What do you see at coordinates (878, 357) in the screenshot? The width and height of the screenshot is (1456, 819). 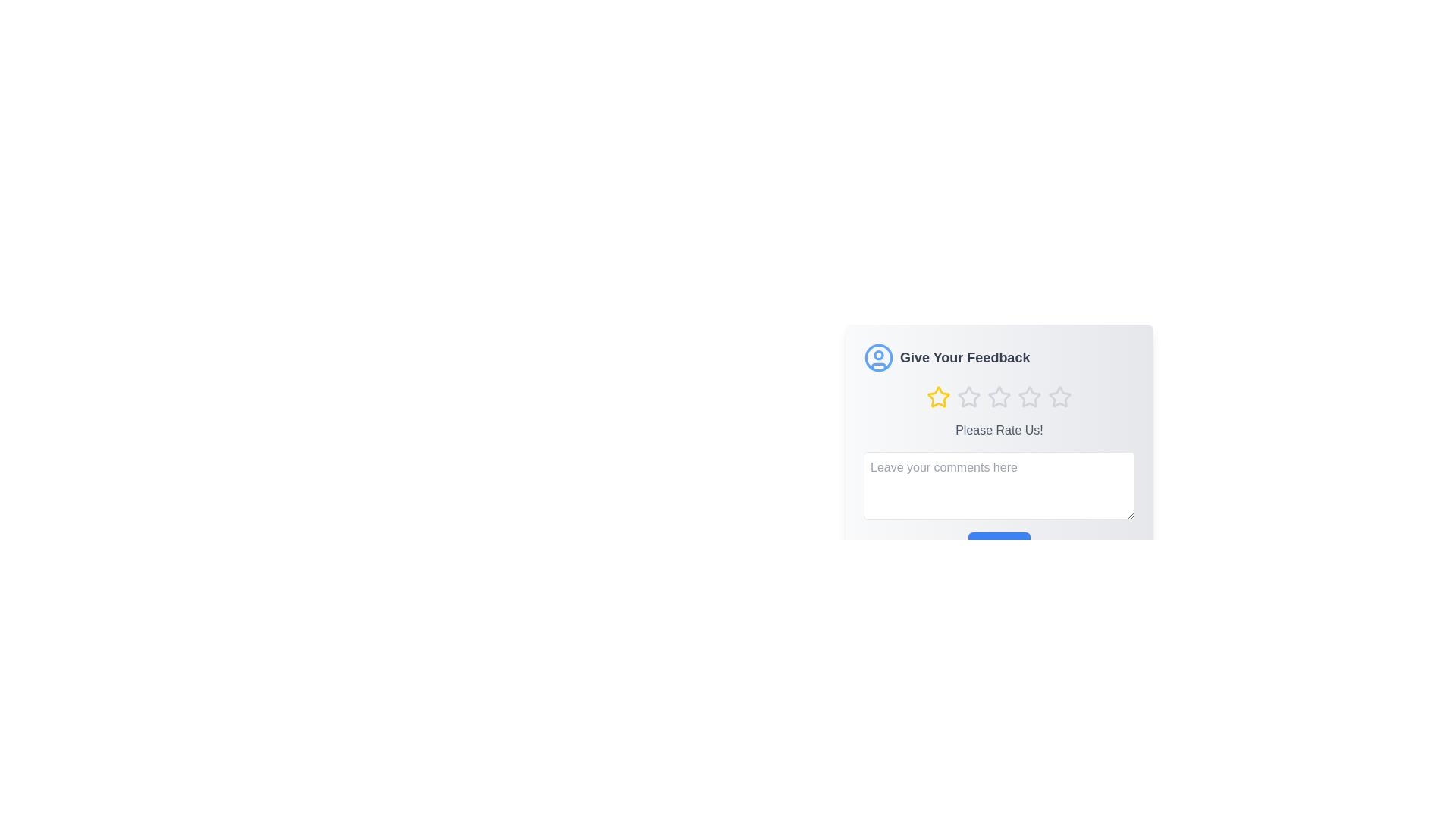 I see `the graphical element (circle) that is part of the avatar icon representation located to the left of the 'Give Your Feedback' text in the feedback interface` at bounding box center [878, 357].